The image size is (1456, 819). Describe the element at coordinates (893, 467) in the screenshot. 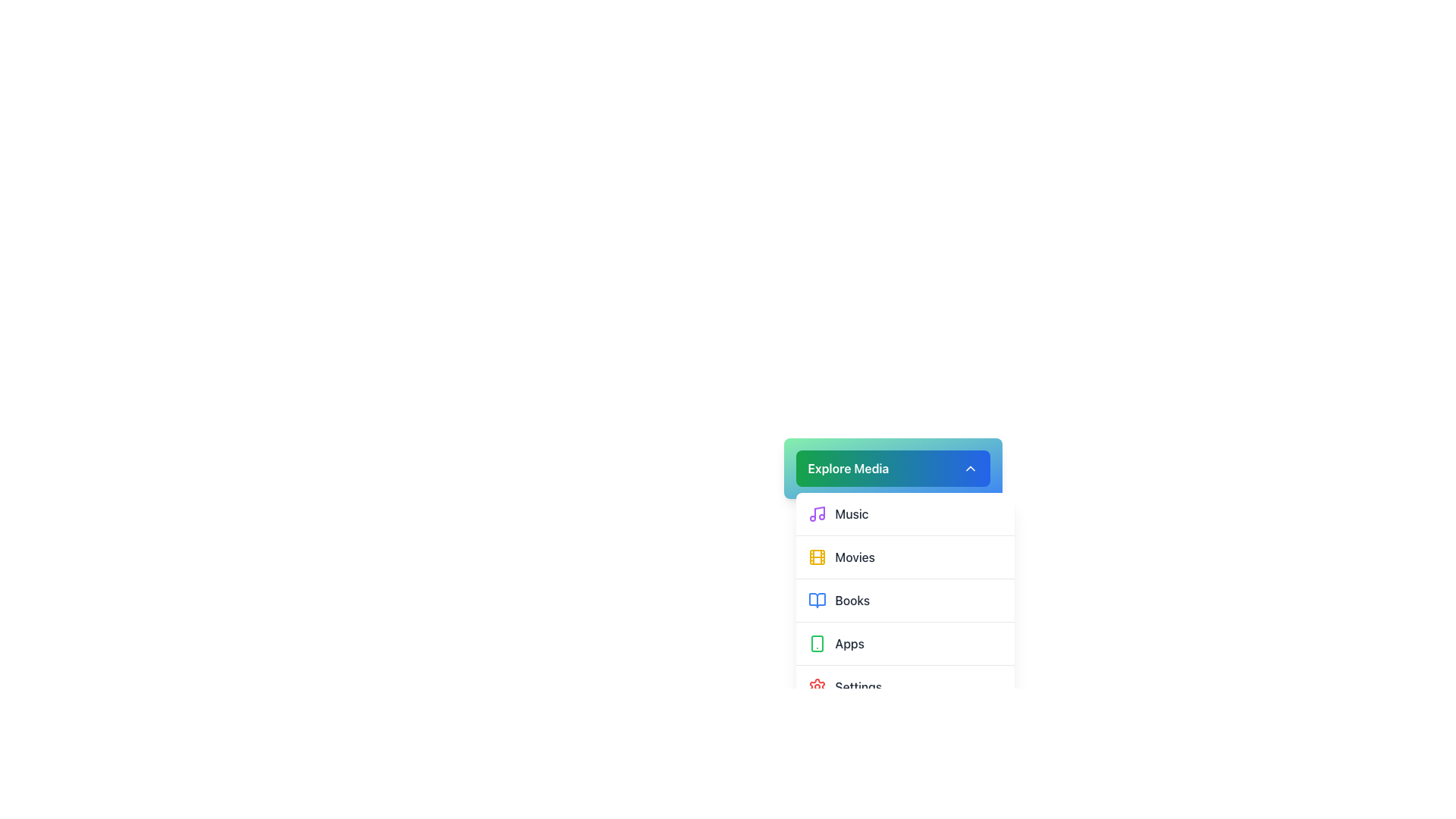

I see `the 'Explore Media' dropdown toggle button with a gradient background` at that location.